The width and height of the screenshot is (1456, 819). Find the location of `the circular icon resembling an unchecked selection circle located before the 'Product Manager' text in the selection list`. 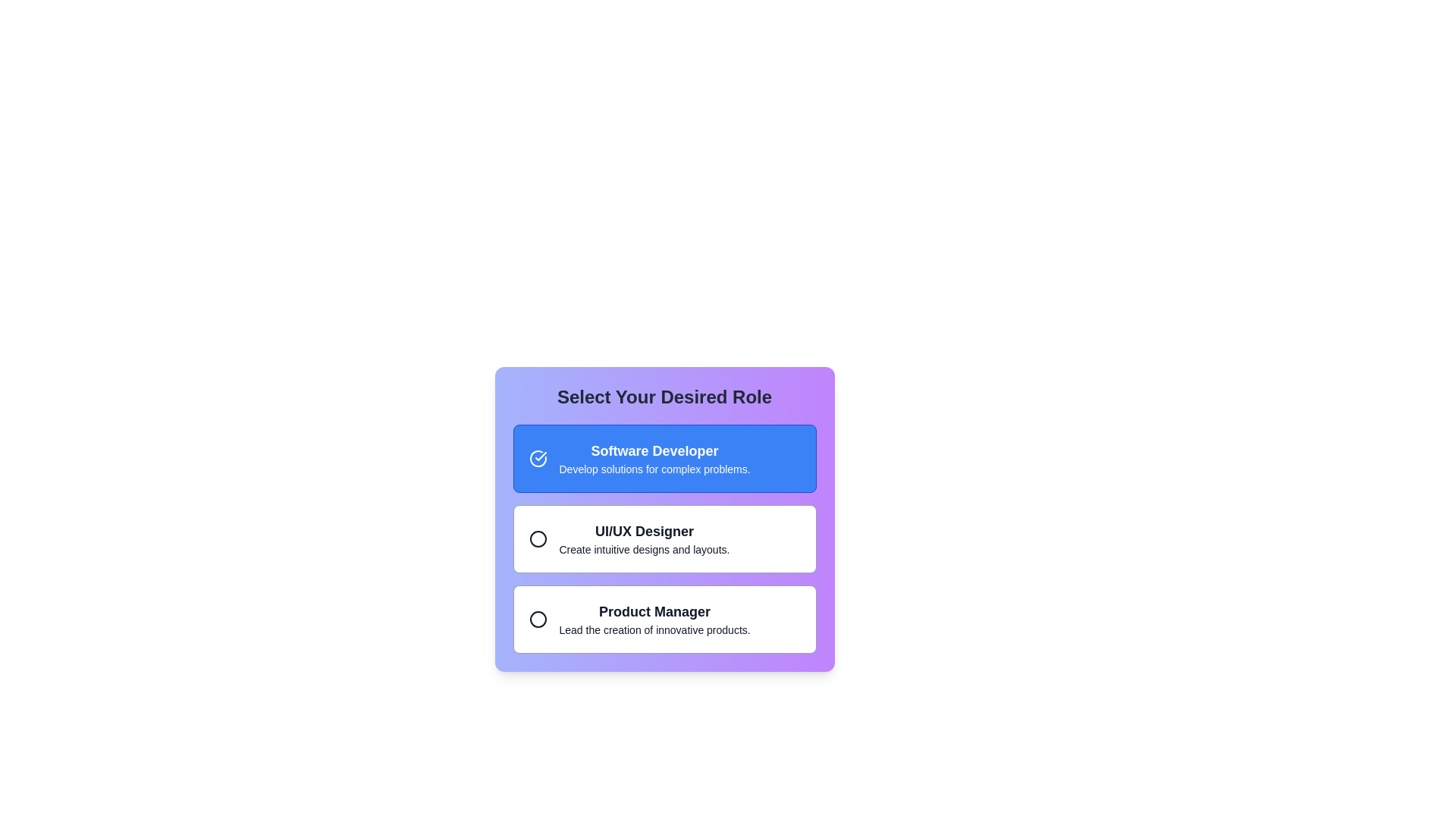

the circular icon resembling an unchecked selection circle located before the 'Product Manager' text in the selection list is located at coordinates (538, 620).